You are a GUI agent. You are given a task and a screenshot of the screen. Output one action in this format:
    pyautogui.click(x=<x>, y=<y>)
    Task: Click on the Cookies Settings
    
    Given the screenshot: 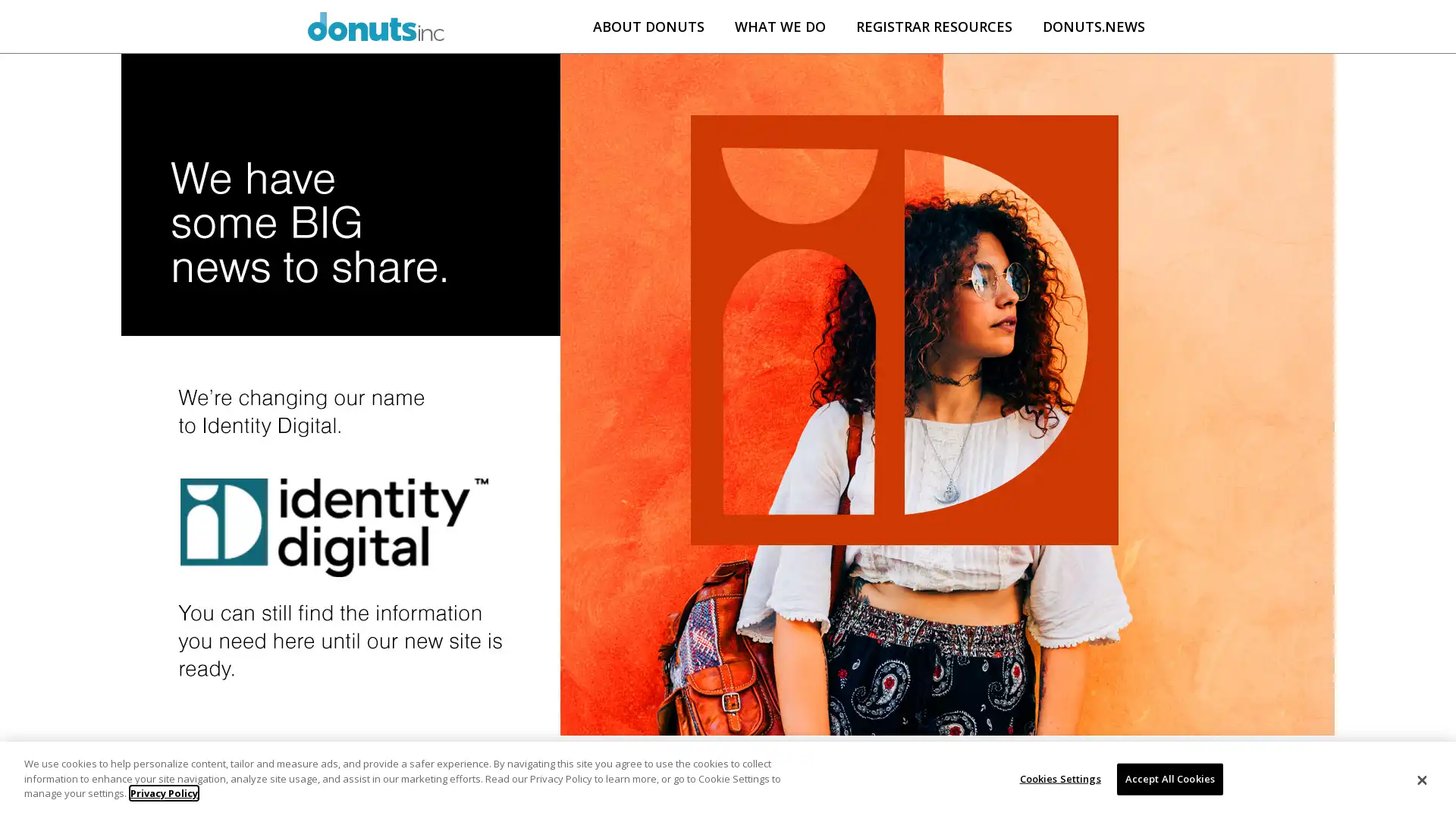 What is the action you would take?
    pyautogui.click(x=1055, y=778)
    